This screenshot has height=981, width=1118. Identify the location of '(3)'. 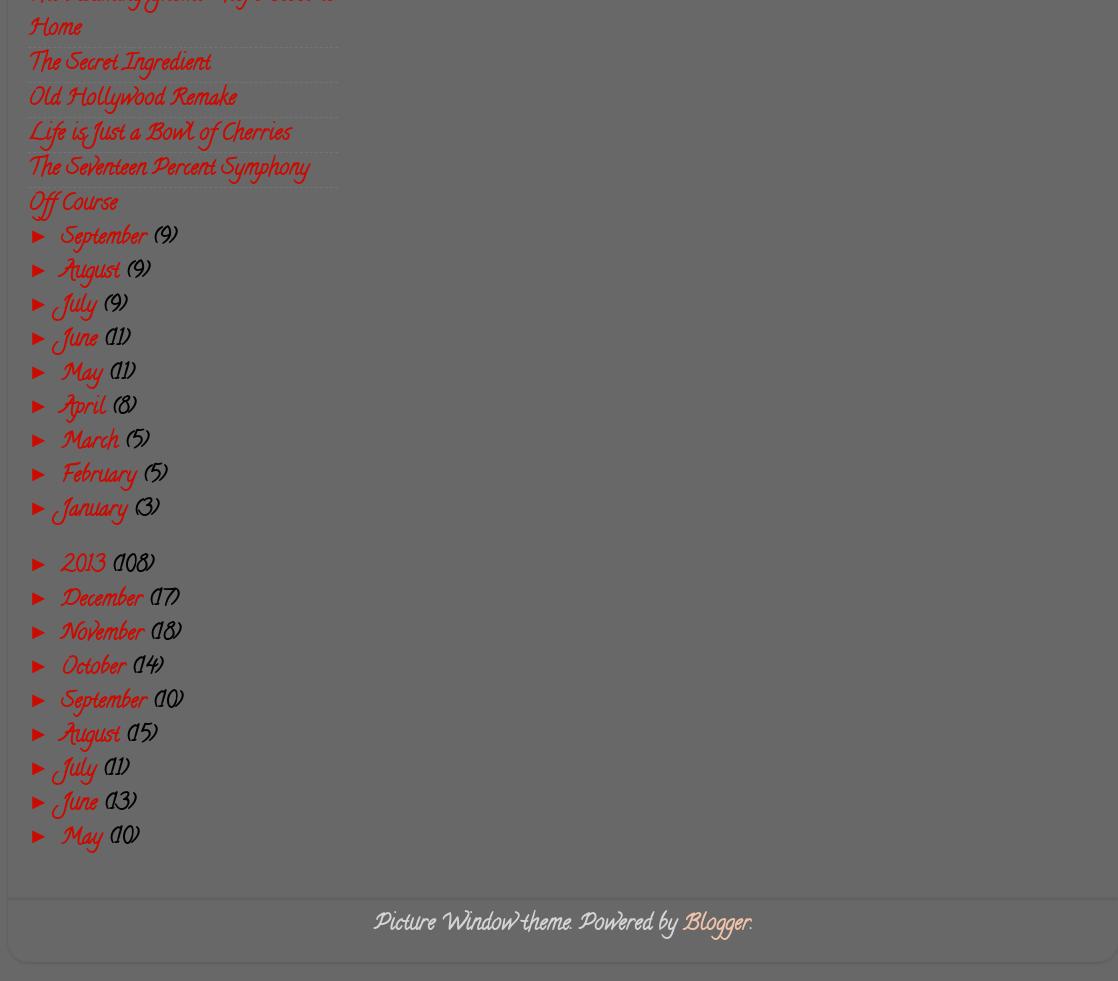
(145, 511).